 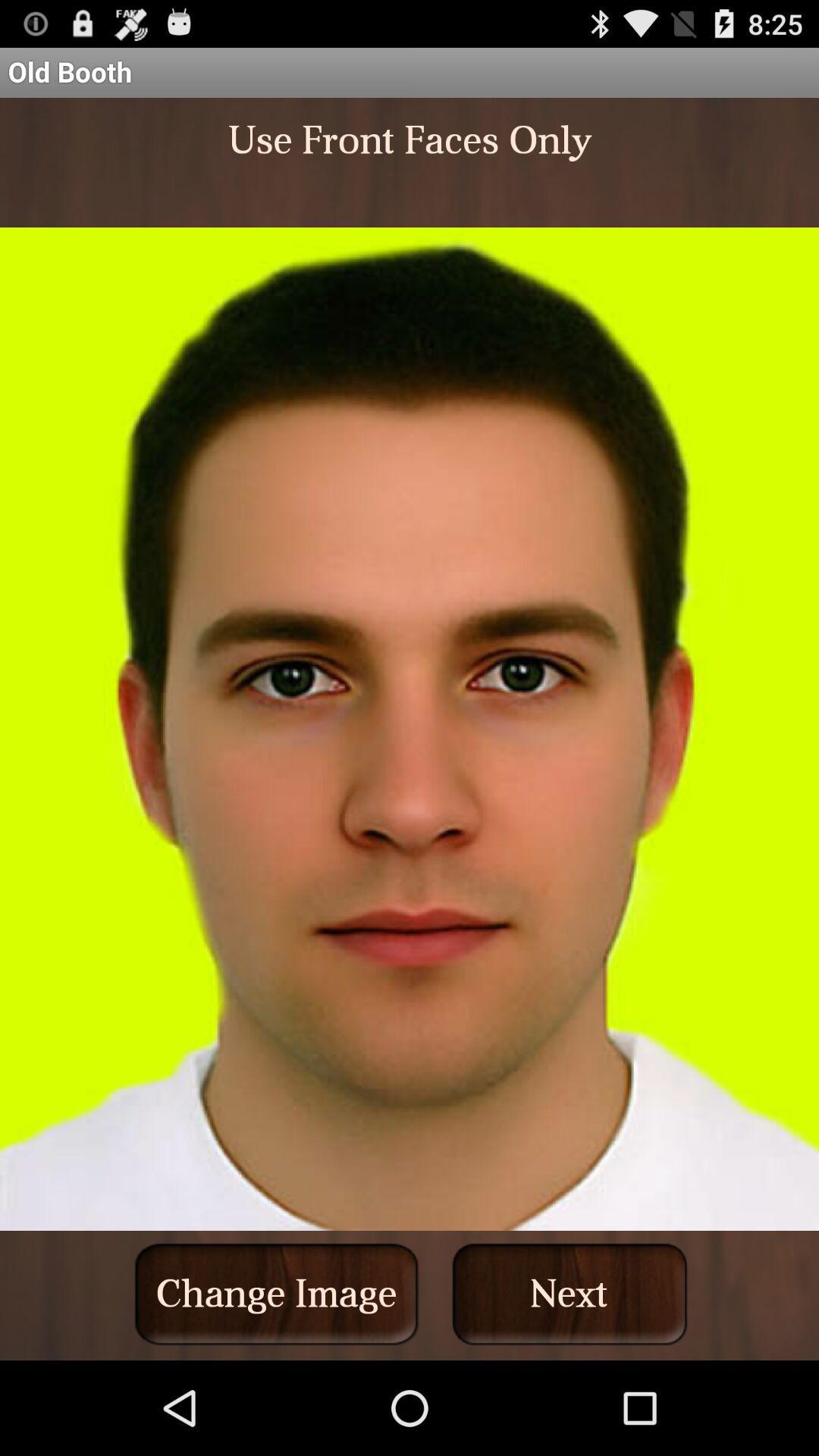 I want to click on item to the right of the change image, so click(x=570, y=1293).